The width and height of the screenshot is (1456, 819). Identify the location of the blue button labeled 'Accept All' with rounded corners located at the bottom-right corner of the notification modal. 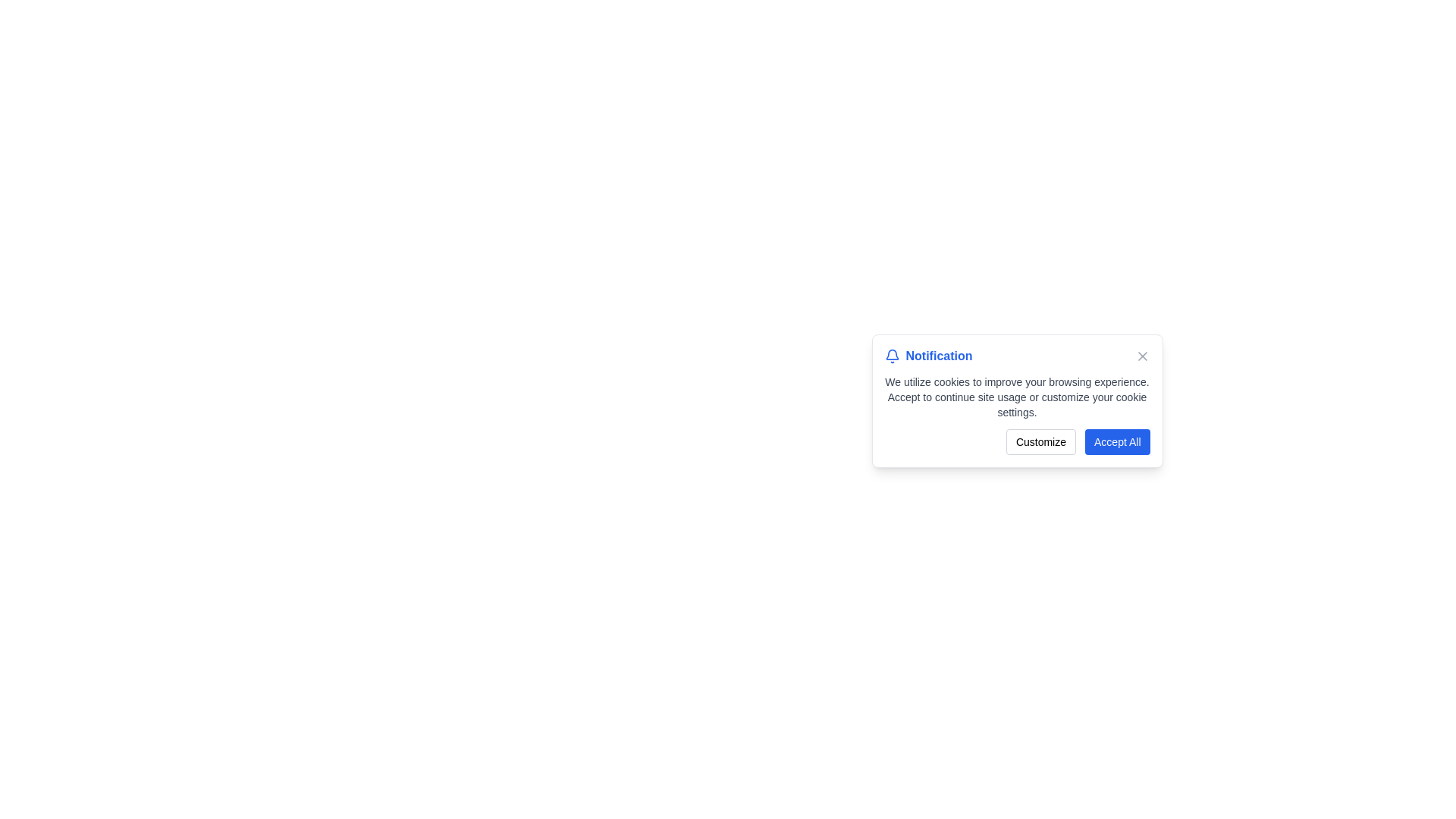
(1117, 441).